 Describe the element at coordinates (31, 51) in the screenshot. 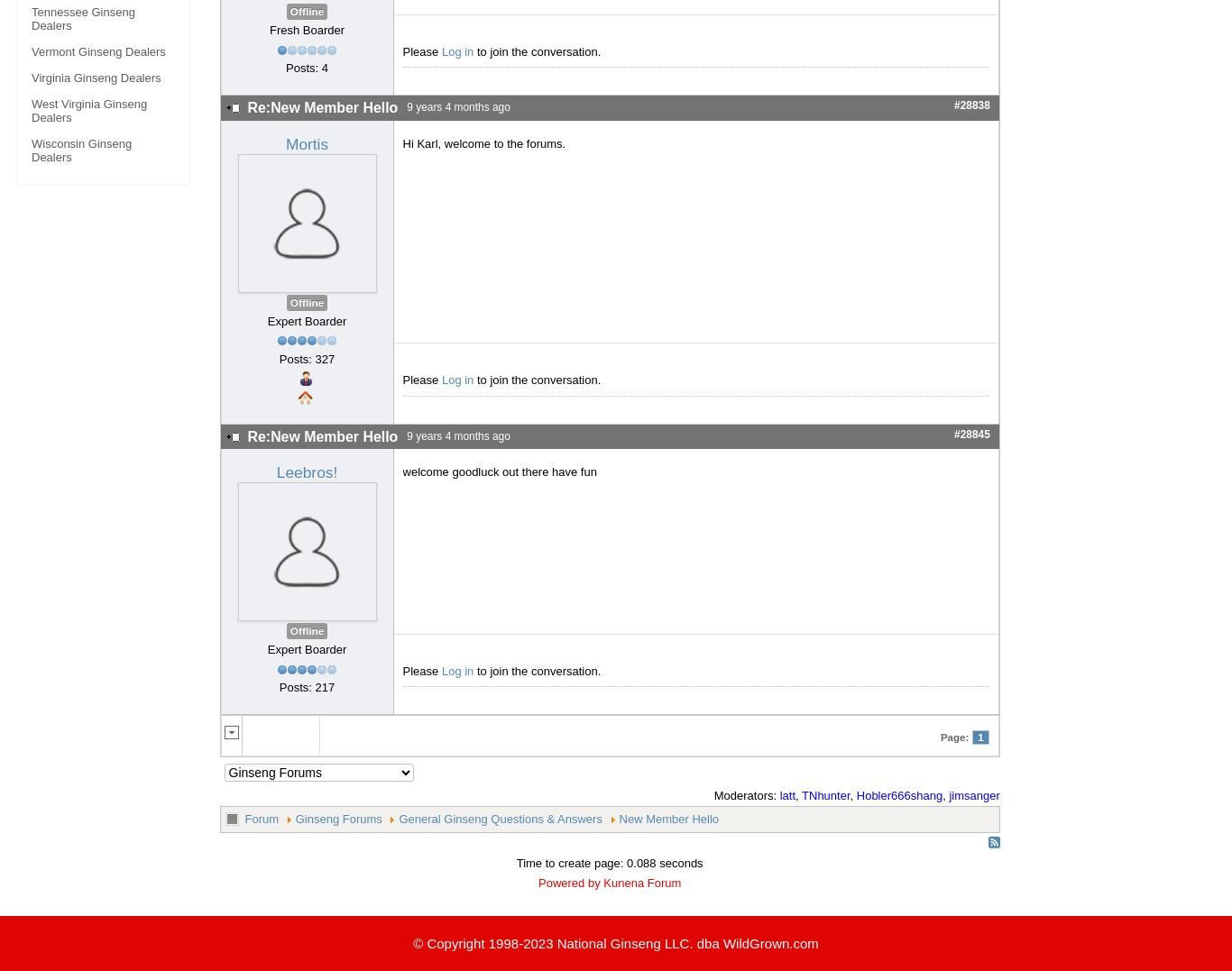

I see `'Vermont Ginseng Dealers'` at that location.